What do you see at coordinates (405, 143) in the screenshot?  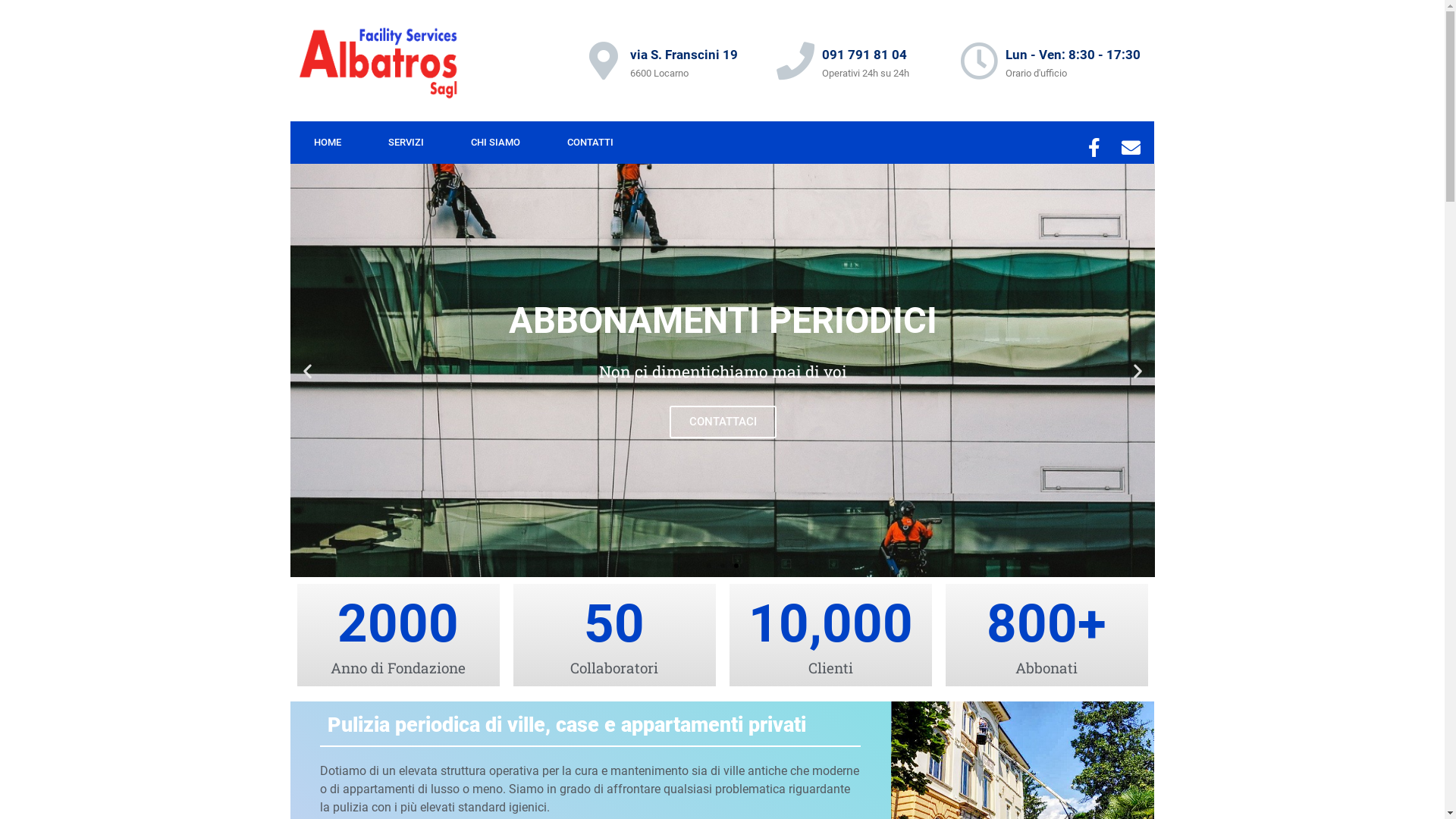 I see `'SERVIZI'` at bounding box center [405, 143].